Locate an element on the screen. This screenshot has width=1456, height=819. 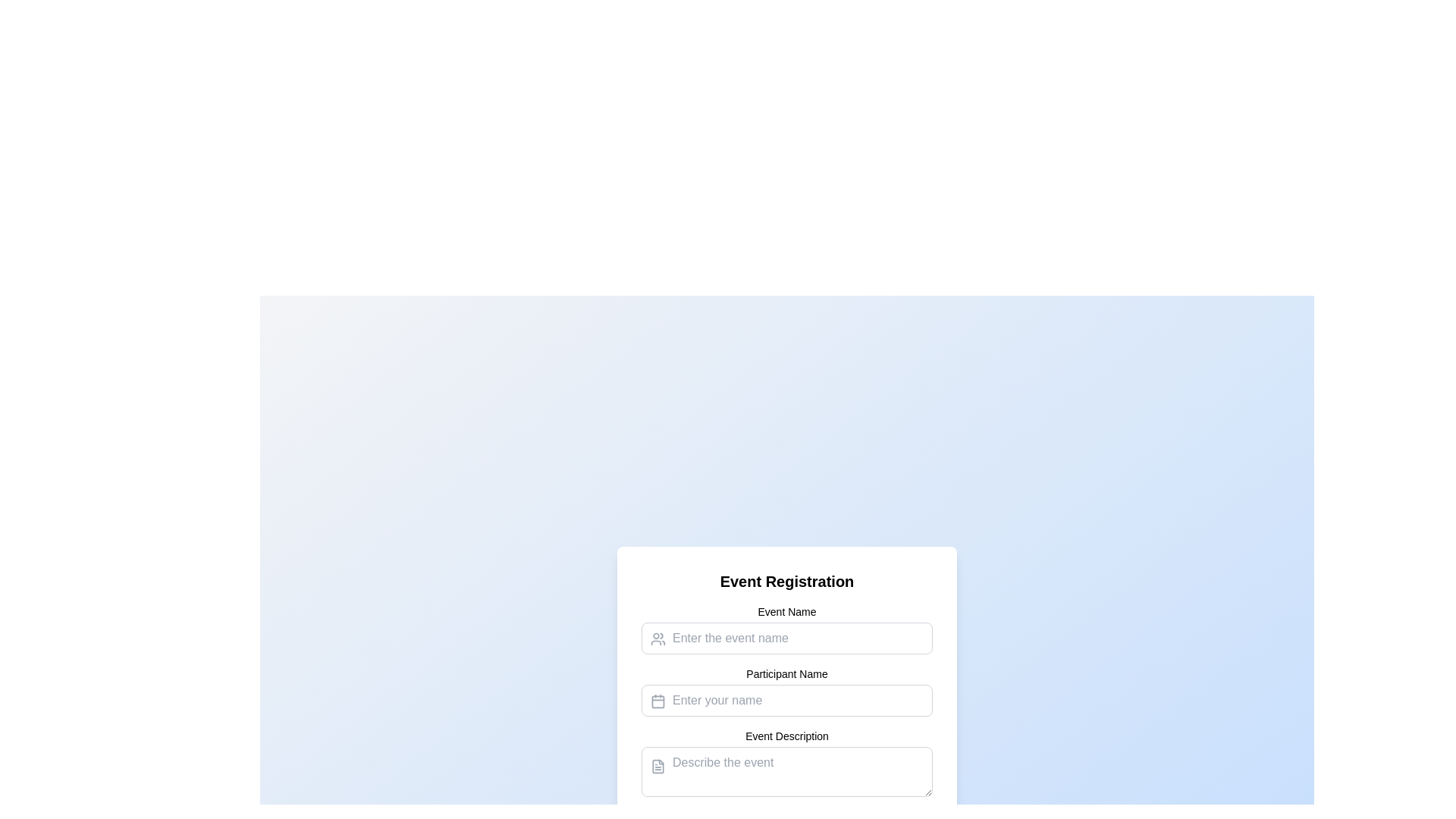
the third input field in the 'Event Registration' form, located directly under the label 'Event Description', to enable text entry is located at coordinates (786, 772).